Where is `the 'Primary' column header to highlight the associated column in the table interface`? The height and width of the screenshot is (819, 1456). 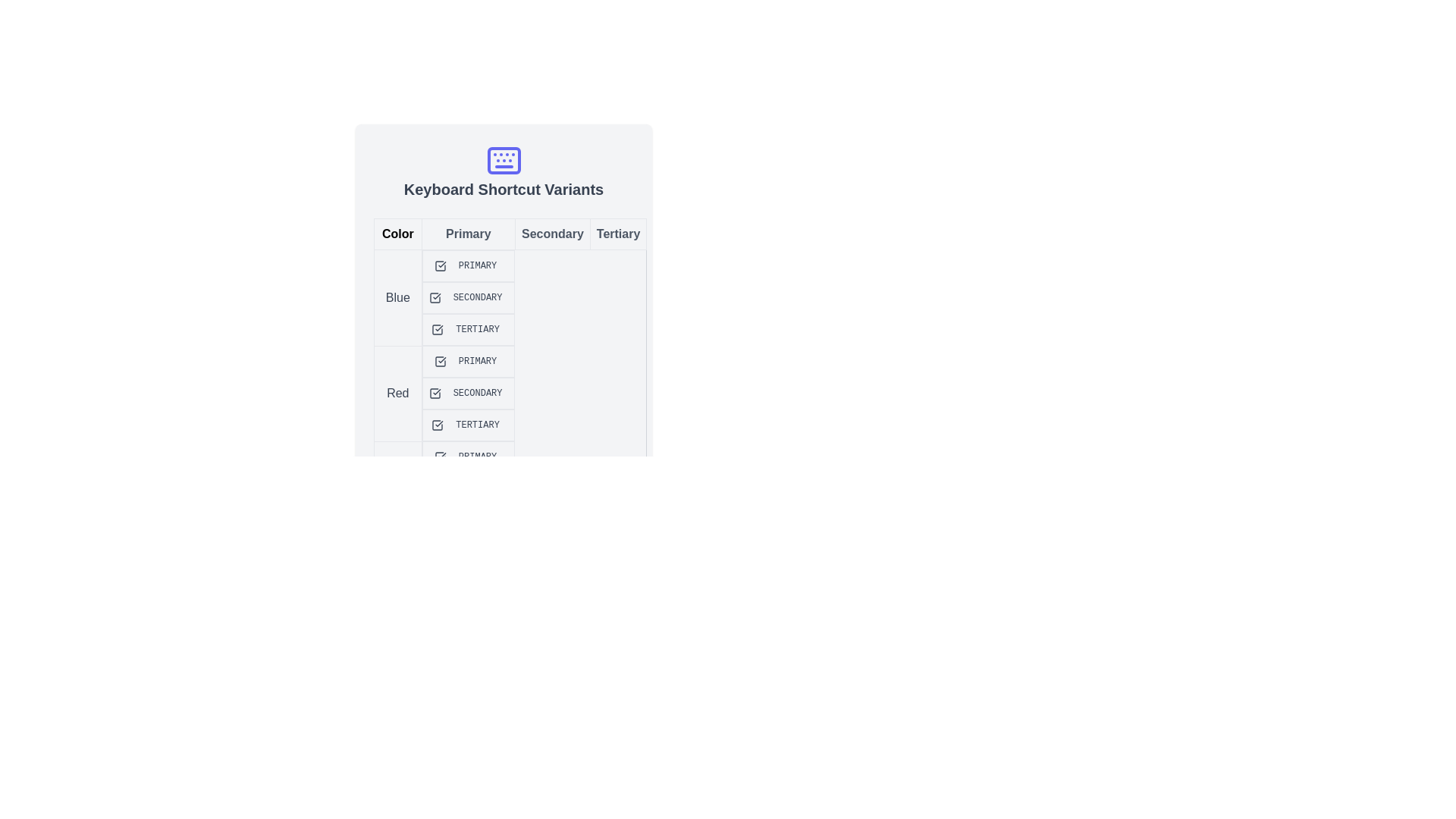
the 'Primary' column header to highlight the associated column in the table interface is located at coordinates (467, 234).